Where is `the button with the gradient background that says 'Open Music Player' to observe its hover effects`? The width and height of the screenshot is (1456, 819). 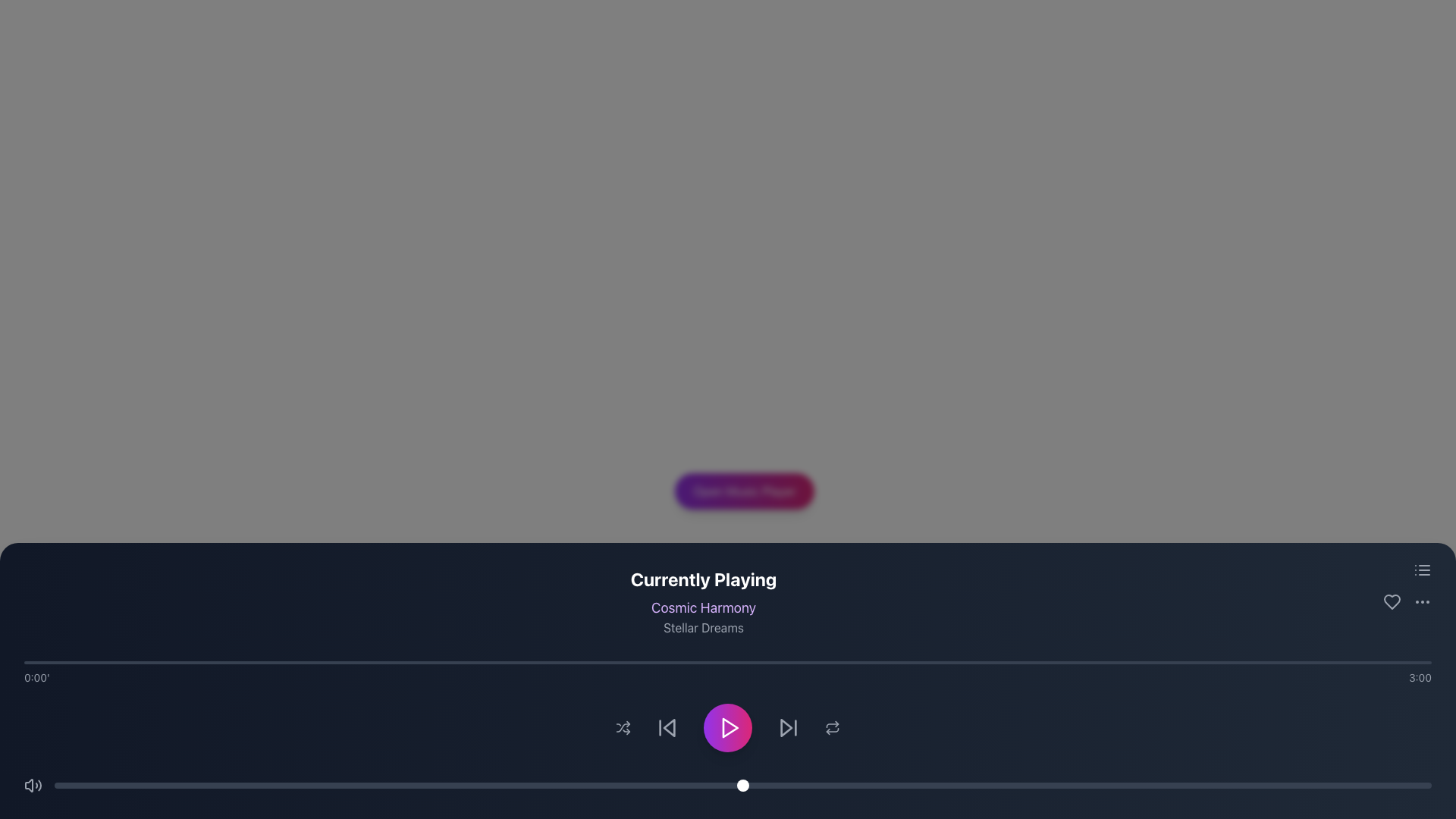
the button with the gradient background that says 'Open Music Player' to observe its hover effects is located at coordinates (745, 491).